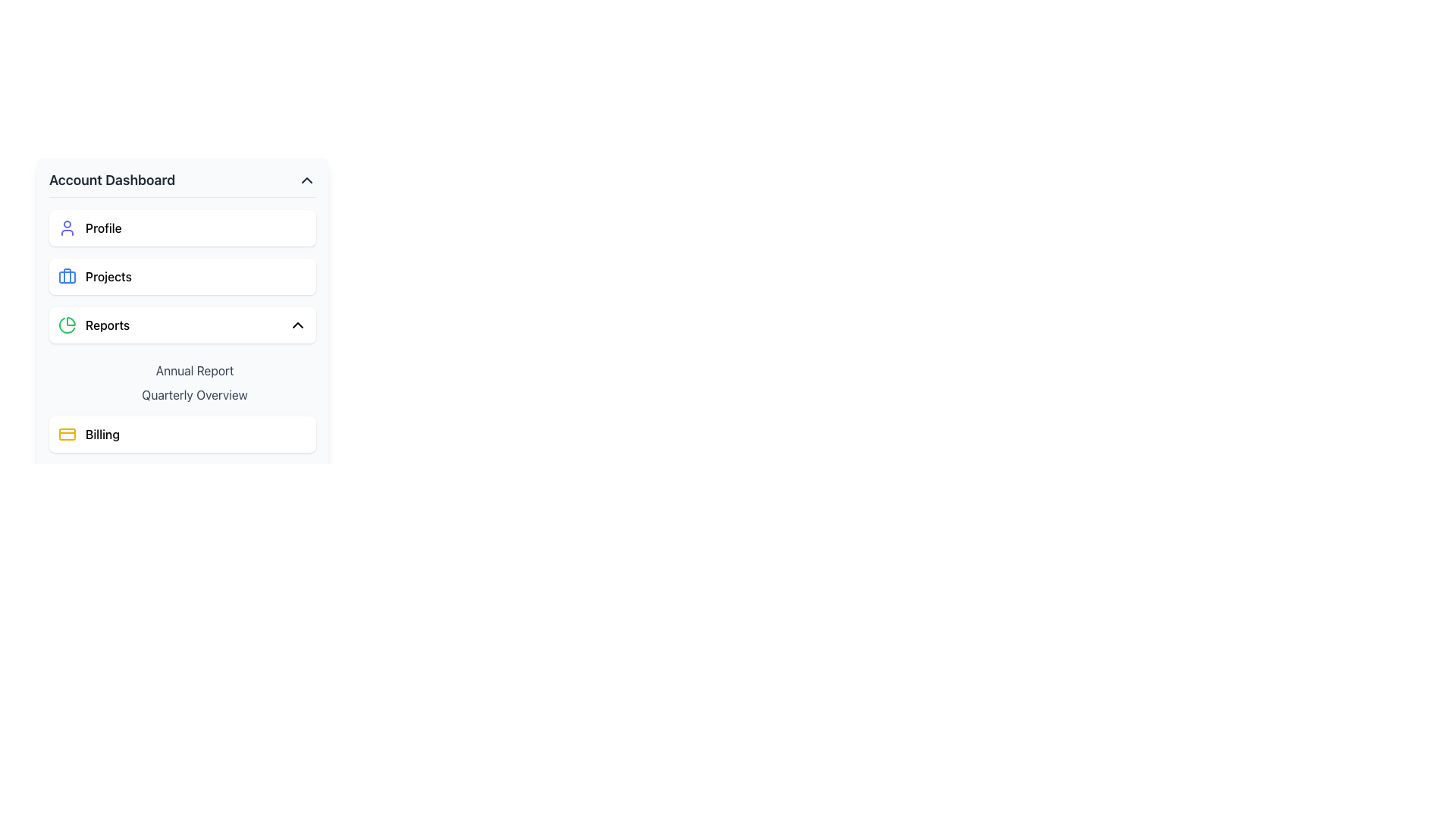  Describe the element at coordinates (298, 324) in the screenshot. I see `the upward chevron icon located on the right edge of the 'Reports' button in the vertical menu` at that location.